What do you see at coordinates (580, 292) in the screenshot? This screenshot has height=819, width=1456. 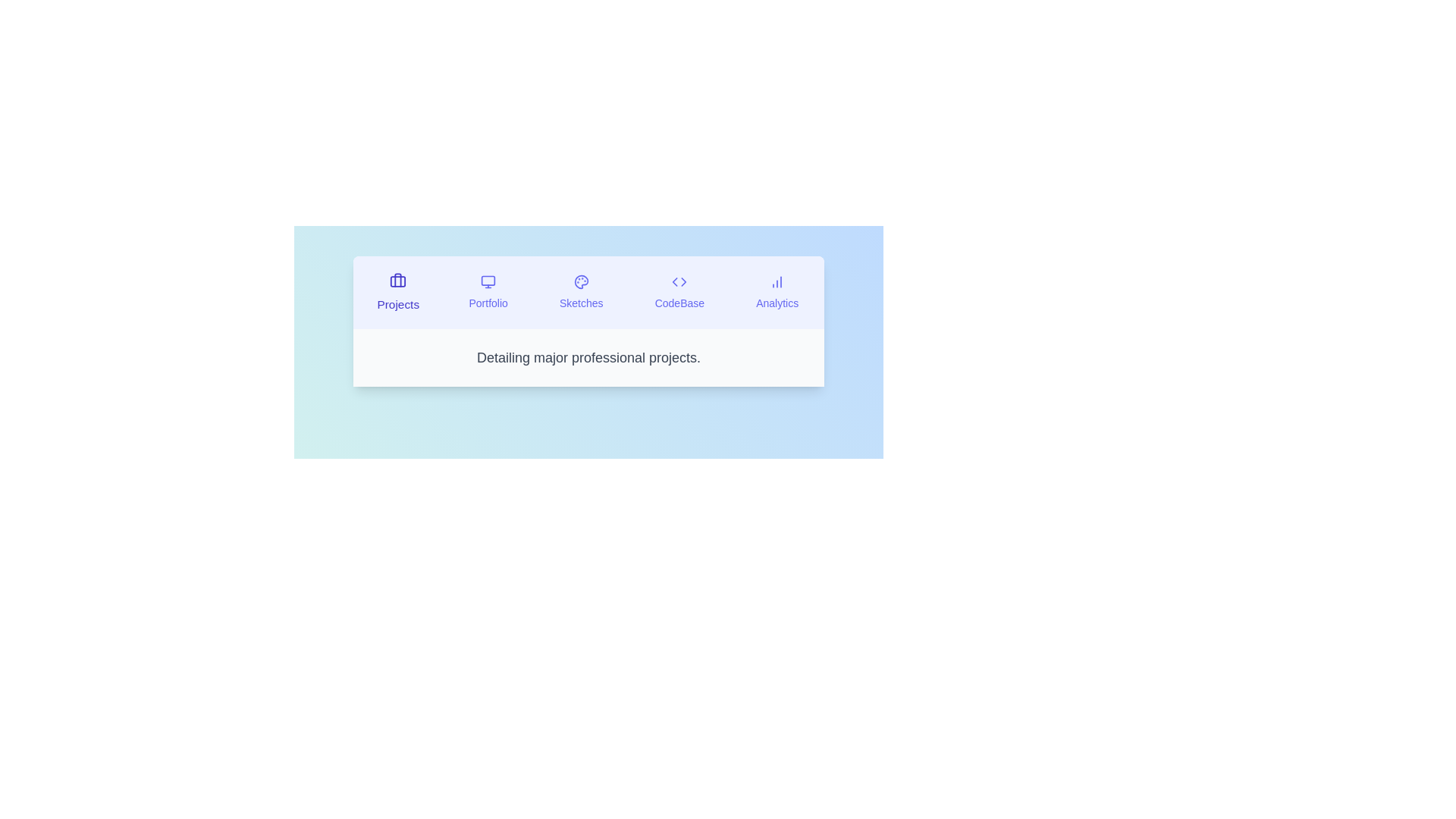 I see `the tab labeled Sketches` at bounding box center [580, 292].